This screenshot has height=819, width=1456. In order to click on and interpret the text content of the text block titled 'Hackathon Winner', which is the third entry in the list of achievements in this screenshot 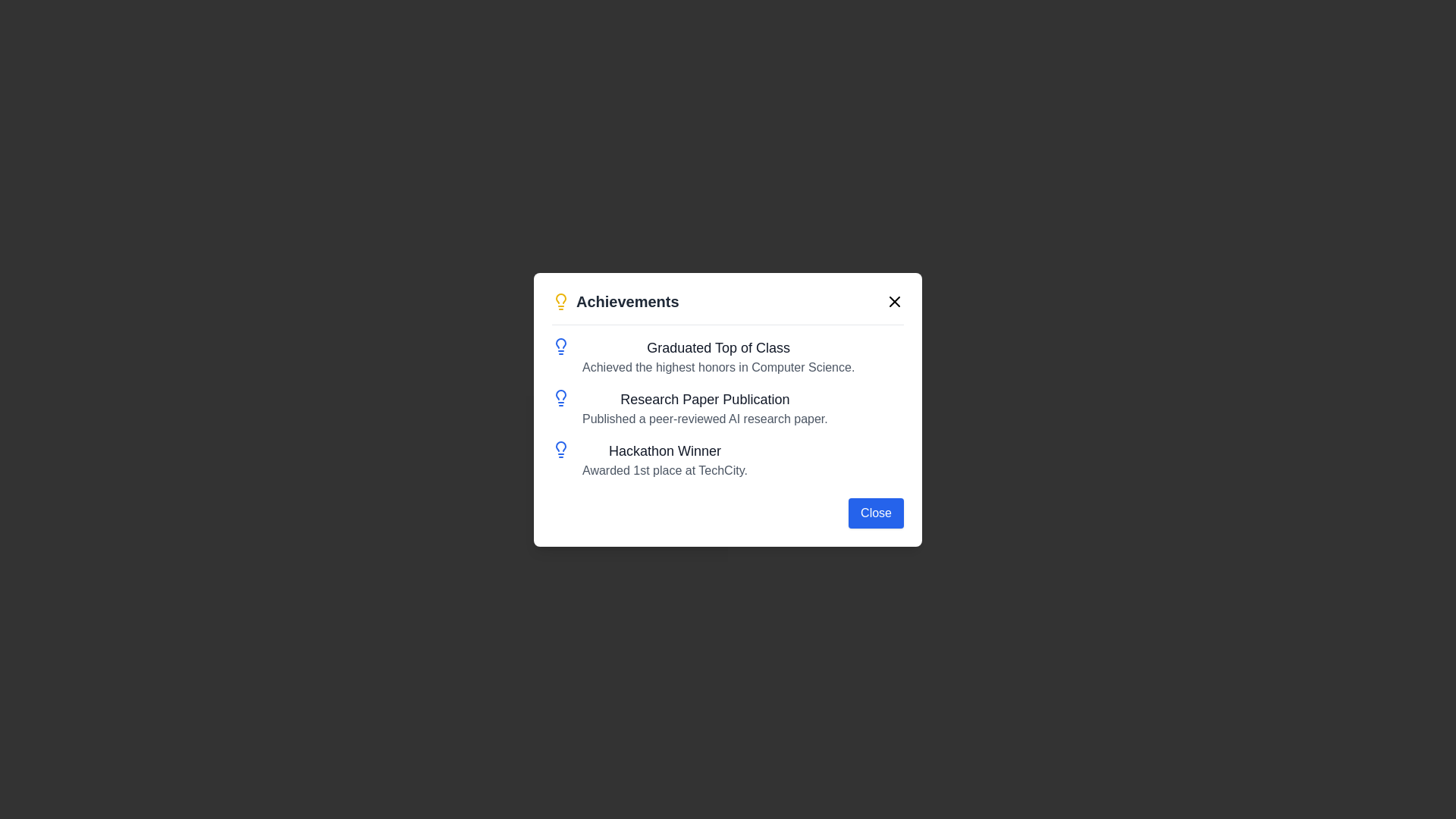, I will do `click(664, 459)`.